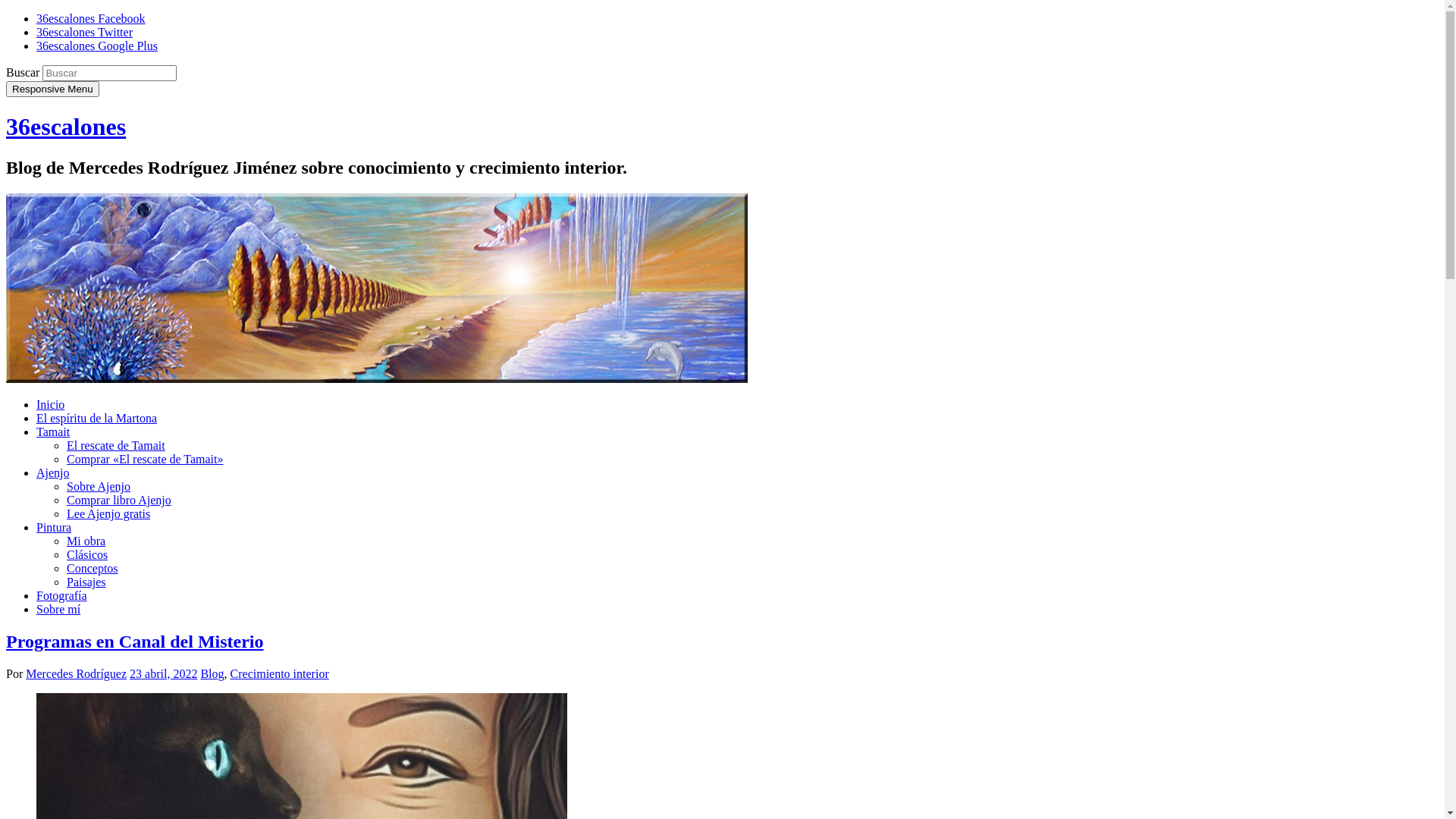  I want to click on 'Crecimiento interior', so click(280, 673).